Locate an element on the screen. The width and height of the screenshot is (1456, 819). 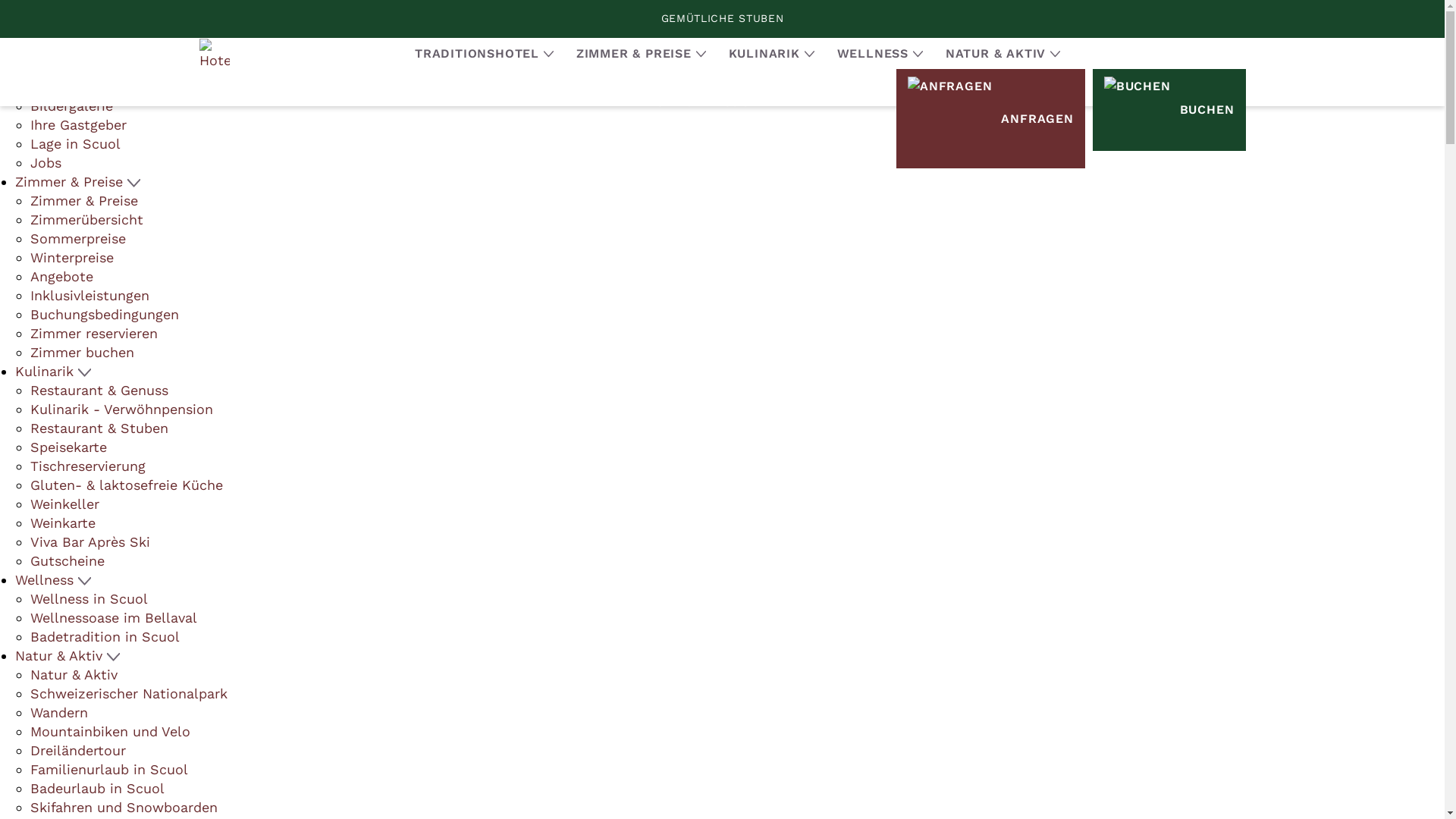
'Speisekarte' is located at coordinates (30, 446).